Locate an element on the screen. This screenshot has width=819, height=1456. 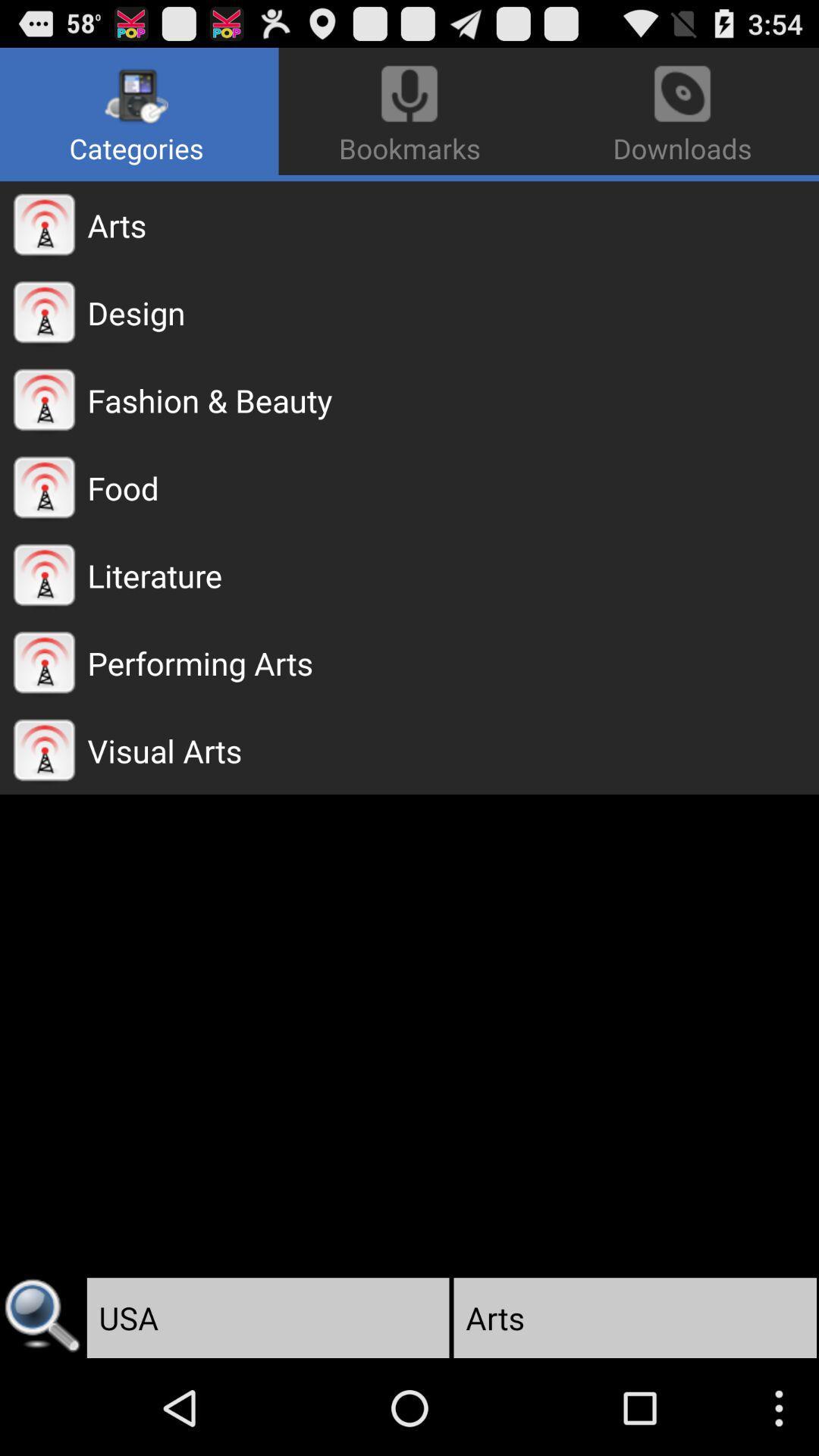
the downloads app is located at coordinates (679, 111).